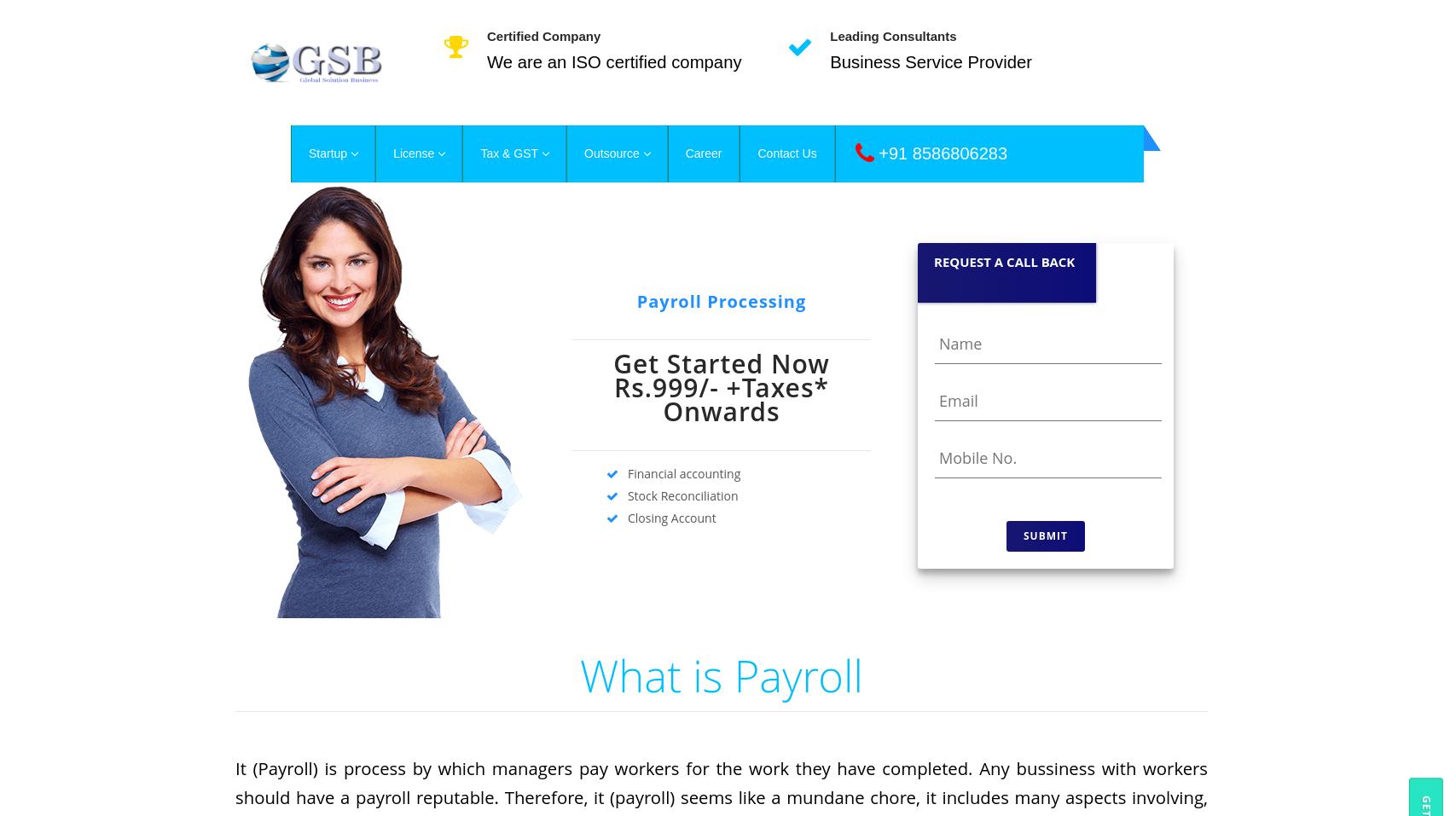  Describe the element at coordinates (677, 495) in the screenshot. I see `'Stock Reconciliation'` at that location.